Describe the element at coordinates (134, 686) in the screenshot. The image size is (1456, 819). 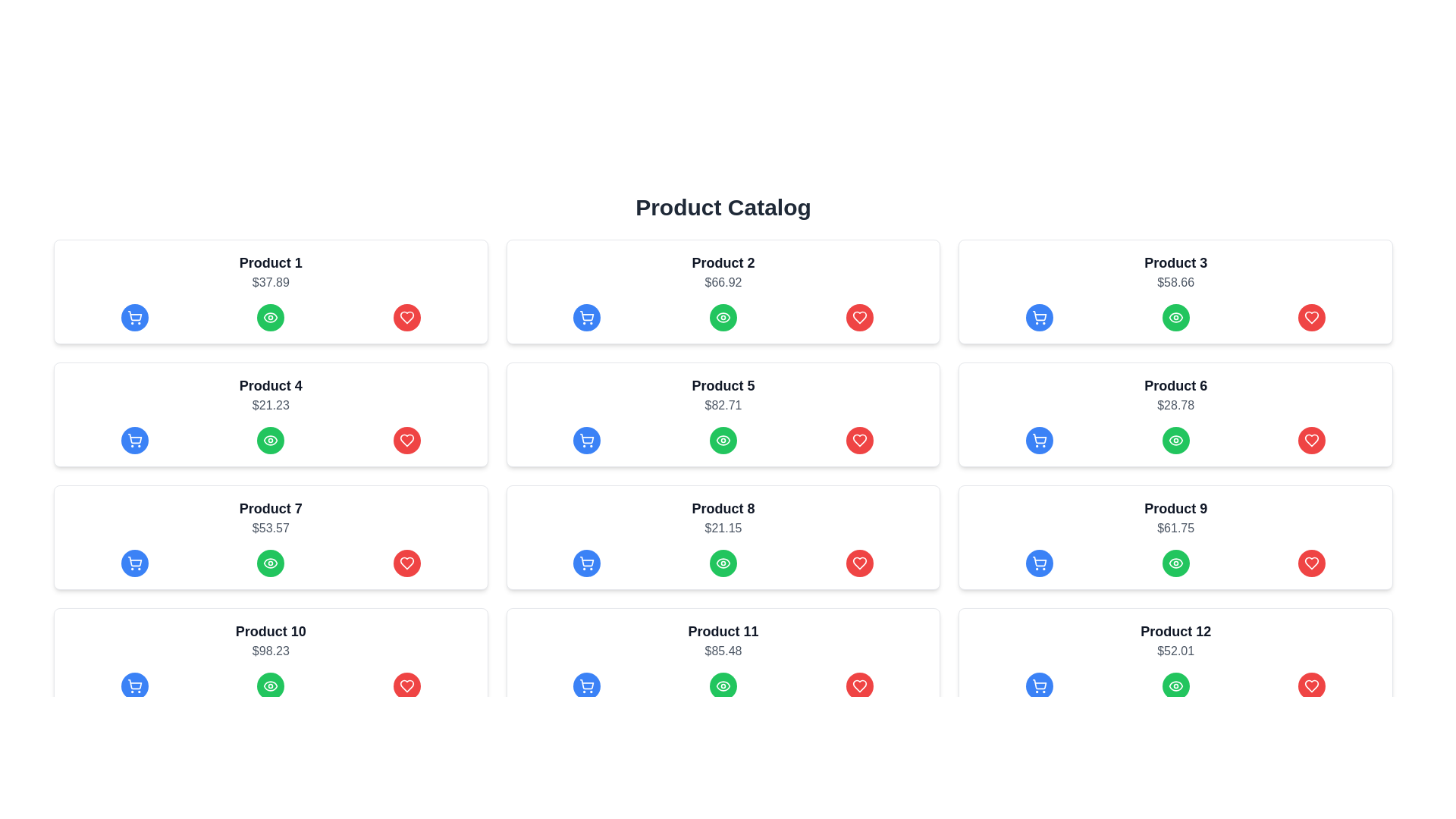
I see `the 'Add to Cart' button located under the 'Product 10' card in the product catalog` at that location.